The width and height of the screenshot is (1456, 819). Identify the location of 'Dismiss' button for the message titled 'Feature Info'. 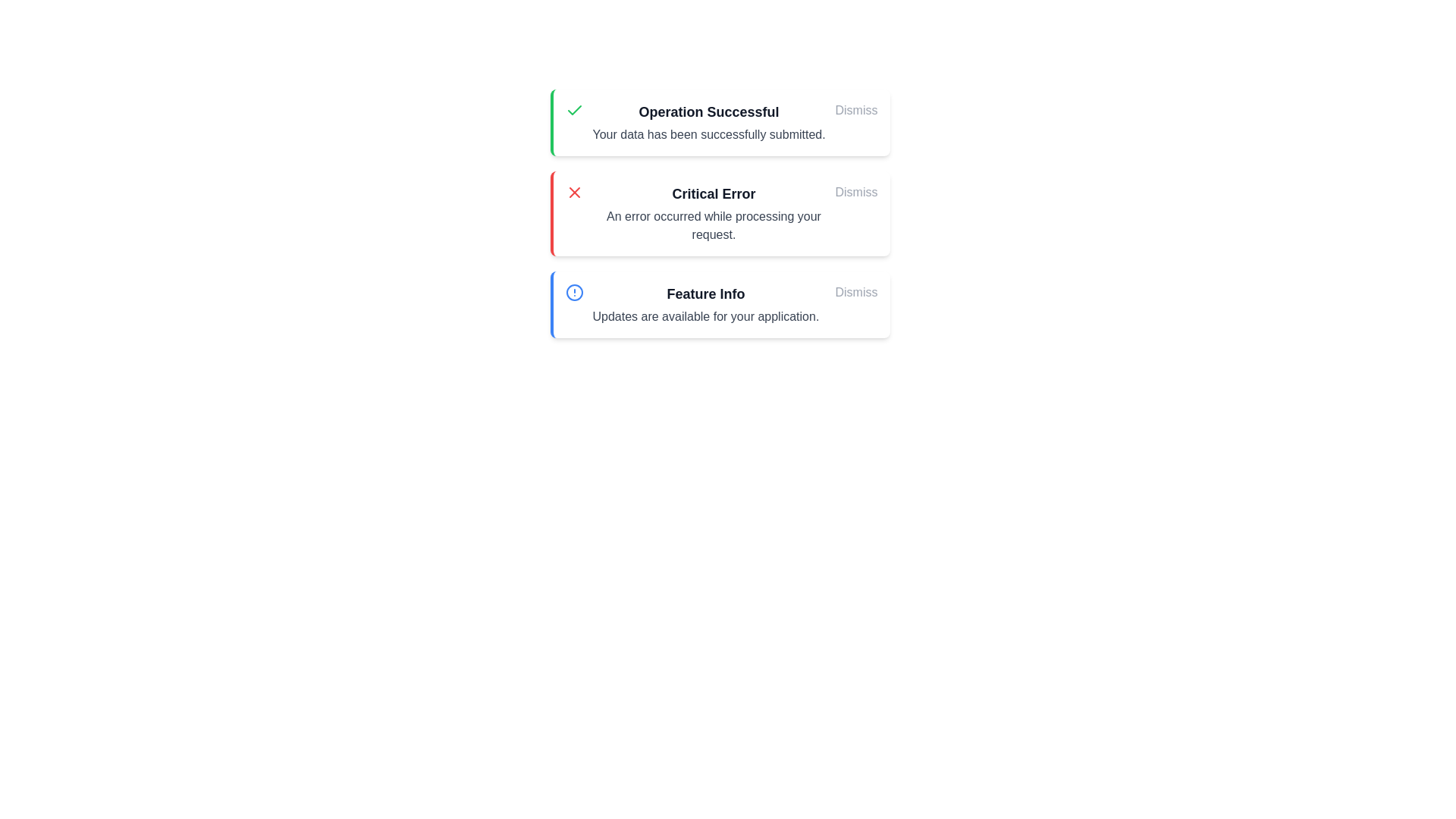
(856, 292).